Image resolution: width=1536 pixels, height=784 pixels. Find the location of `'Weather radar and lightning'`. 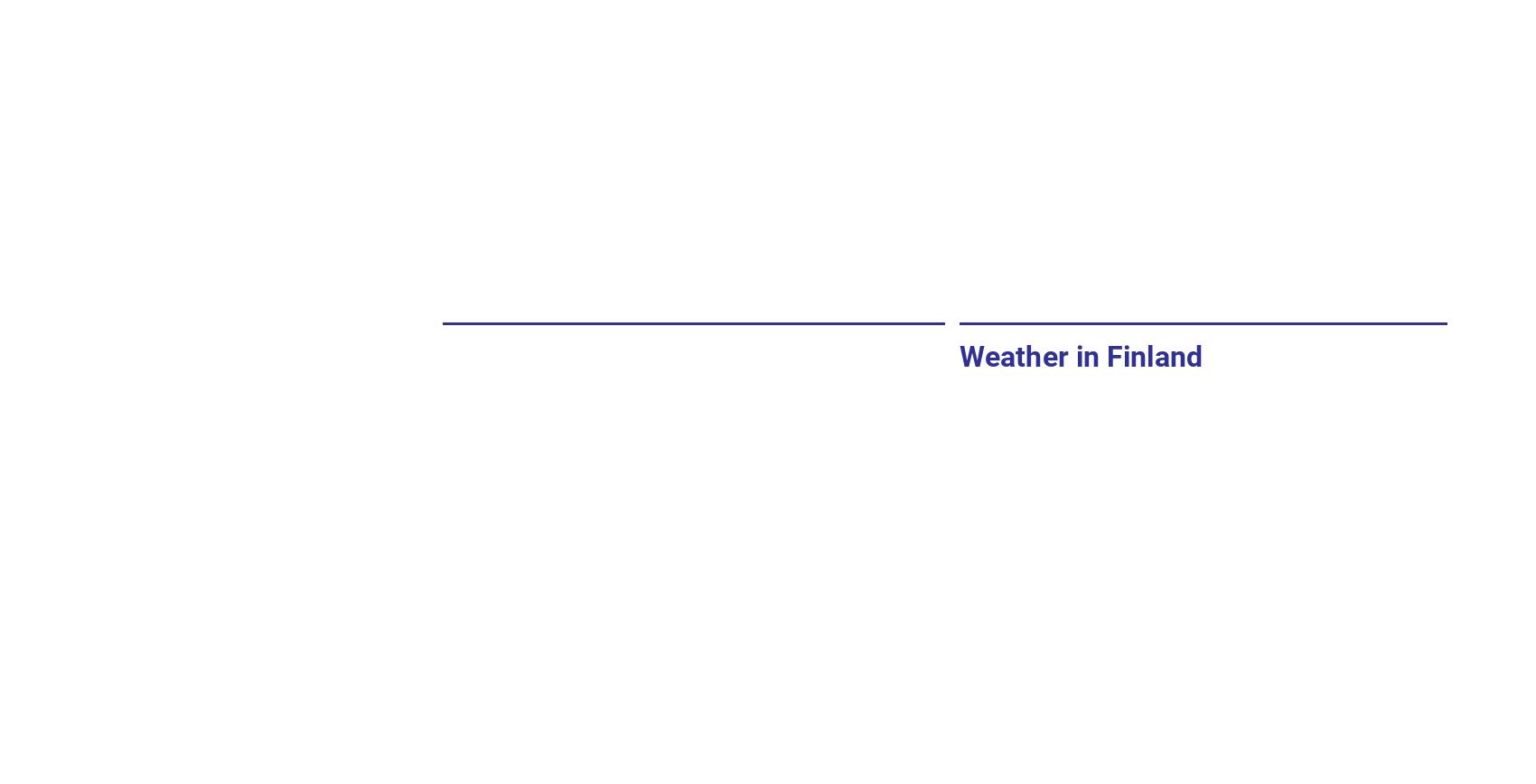

'Weather radar and lightning' is located at coordinates (623, 368).